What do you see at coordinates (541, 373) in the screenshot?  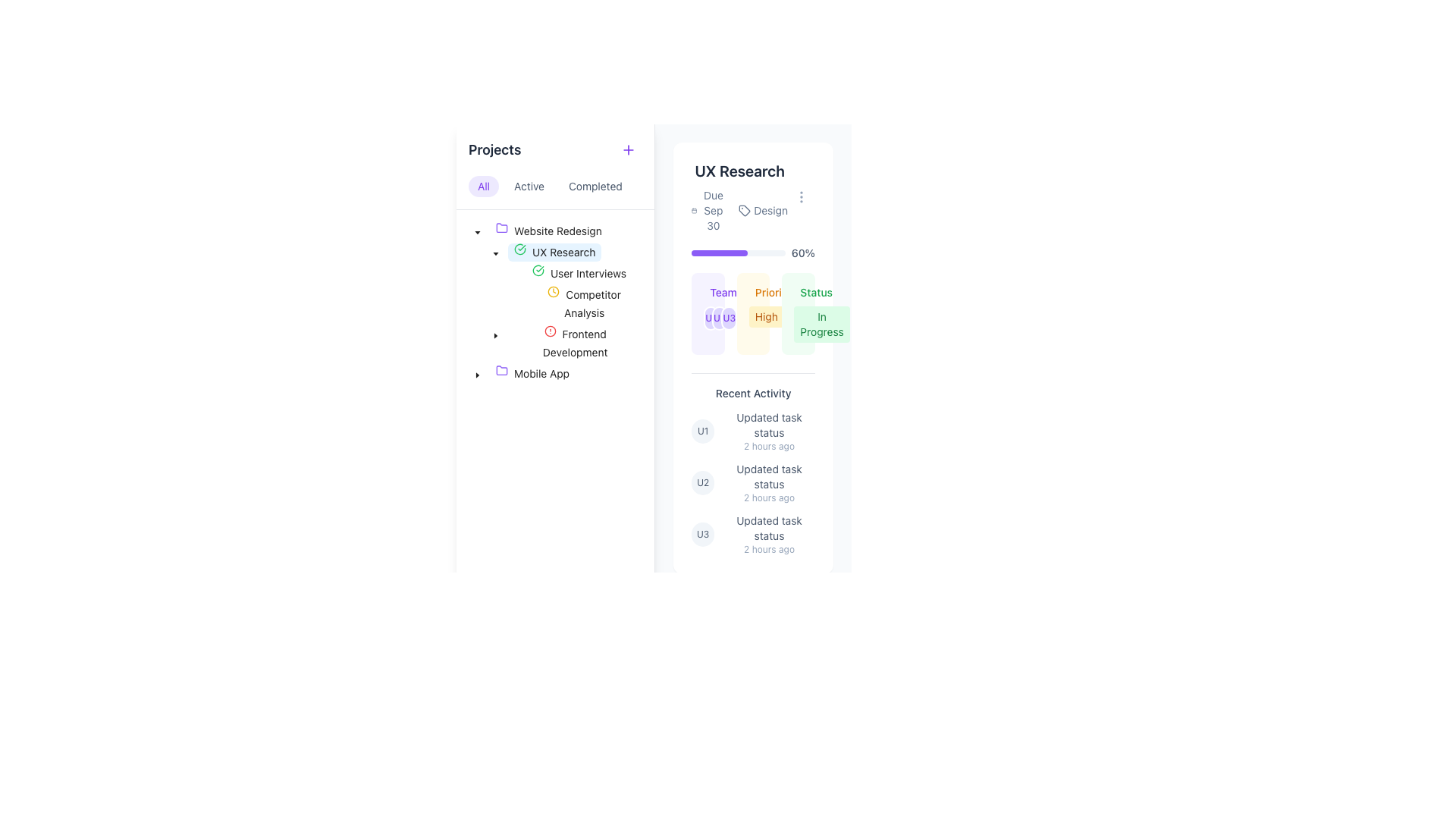 I see `the clickable 'Mobile App' project label in the third tier of the navigation under 'Projects'` at bounding box center [541, 373].